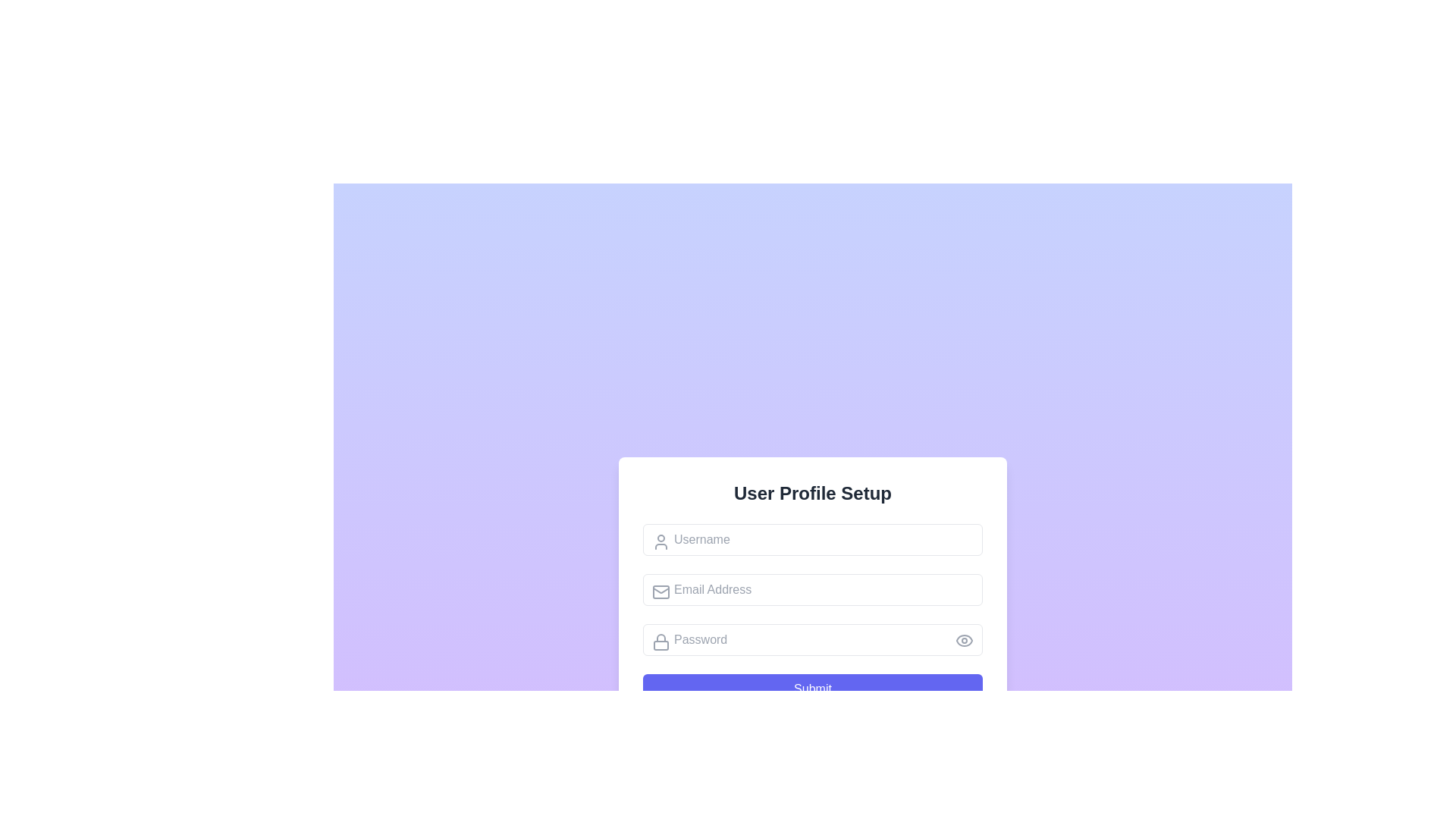 The height and width of the screenshot is (819, 1456). What do you see at coordinates (661, 642) in the screenshot?
I see `the gray lock icon with thin lines located to the left inside the password input field` at bounding box center [661, 642].